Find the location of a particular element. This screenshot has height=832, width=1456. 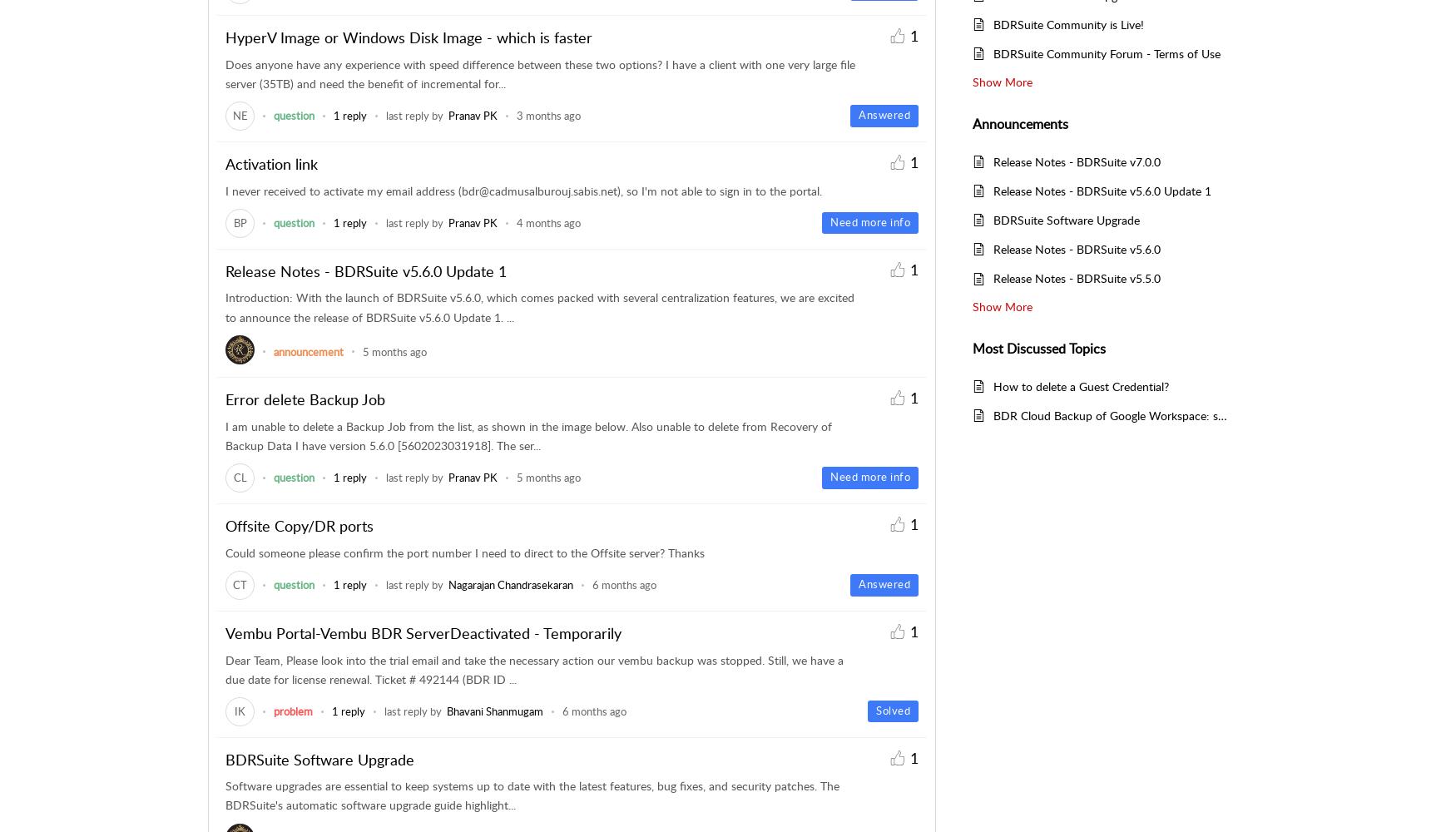

'BDRSuite Community Forum - Terms of Use' is located at coordinates (1107, 52).